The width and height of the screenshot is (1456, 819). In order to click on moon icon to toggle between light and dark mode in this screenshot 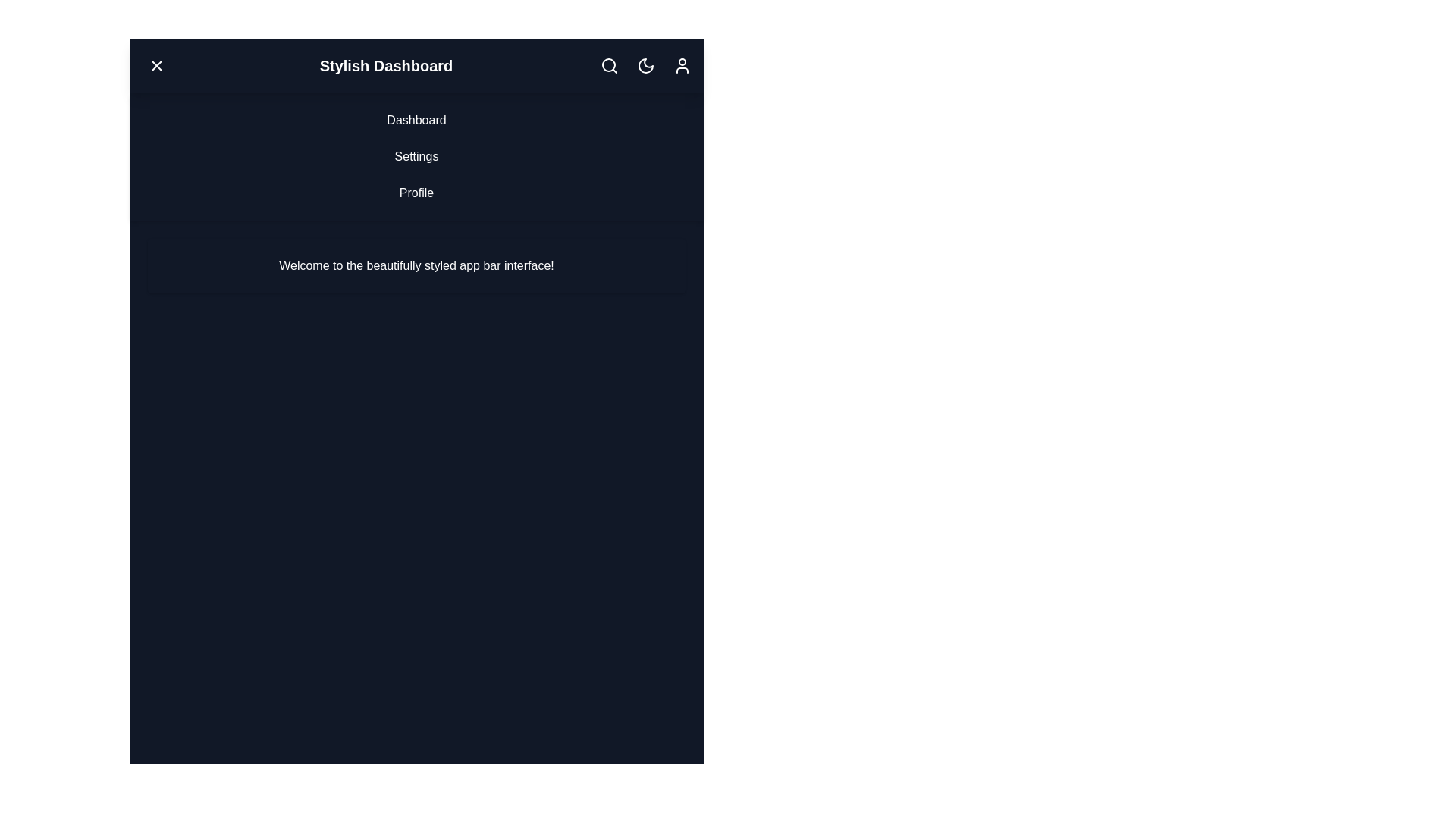, I will do `click(645, 65)`.